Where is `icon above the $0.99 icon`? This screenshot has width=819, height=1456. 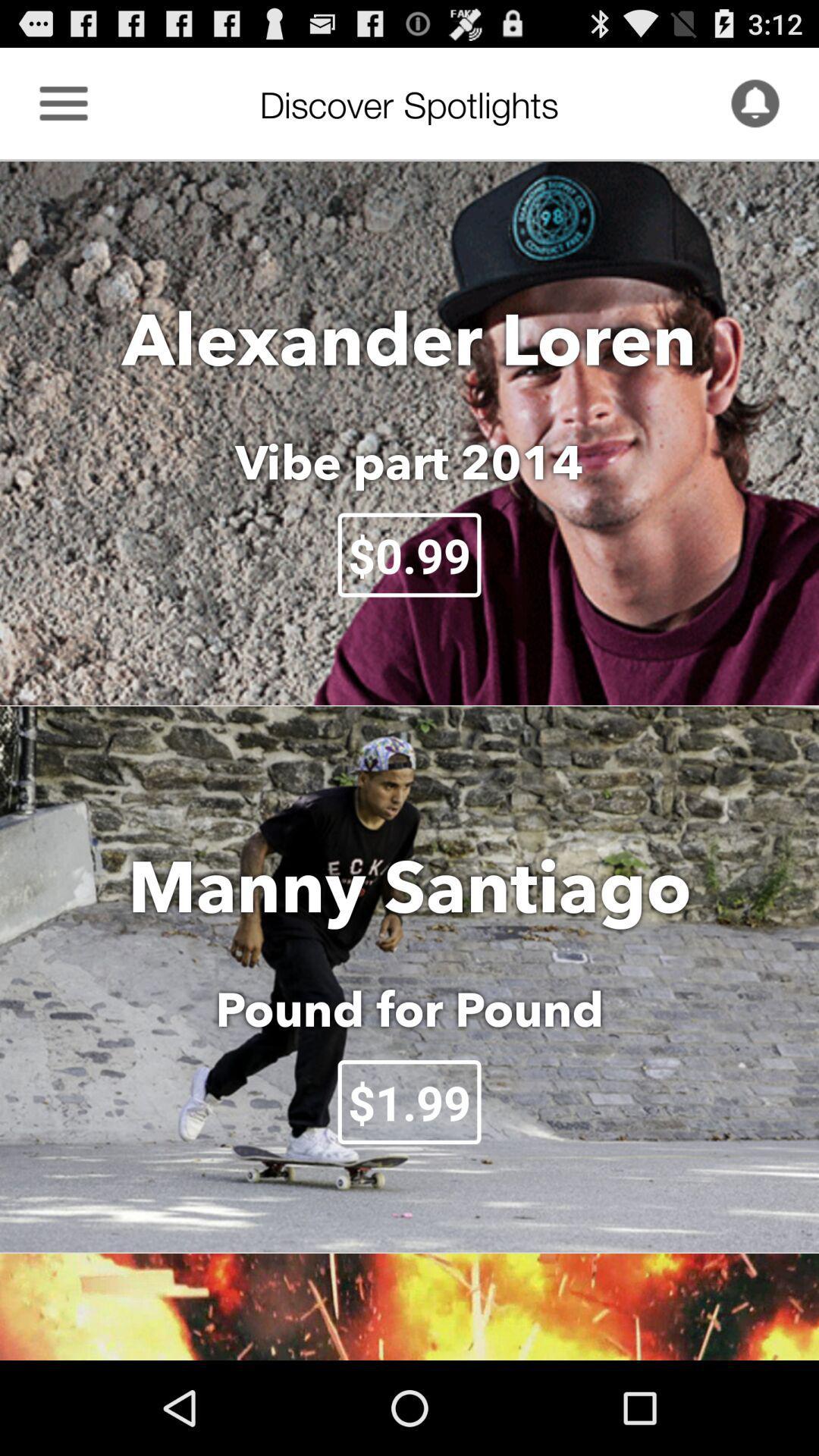
icon above the $0.99 icon is located at coordinates (409, 461).